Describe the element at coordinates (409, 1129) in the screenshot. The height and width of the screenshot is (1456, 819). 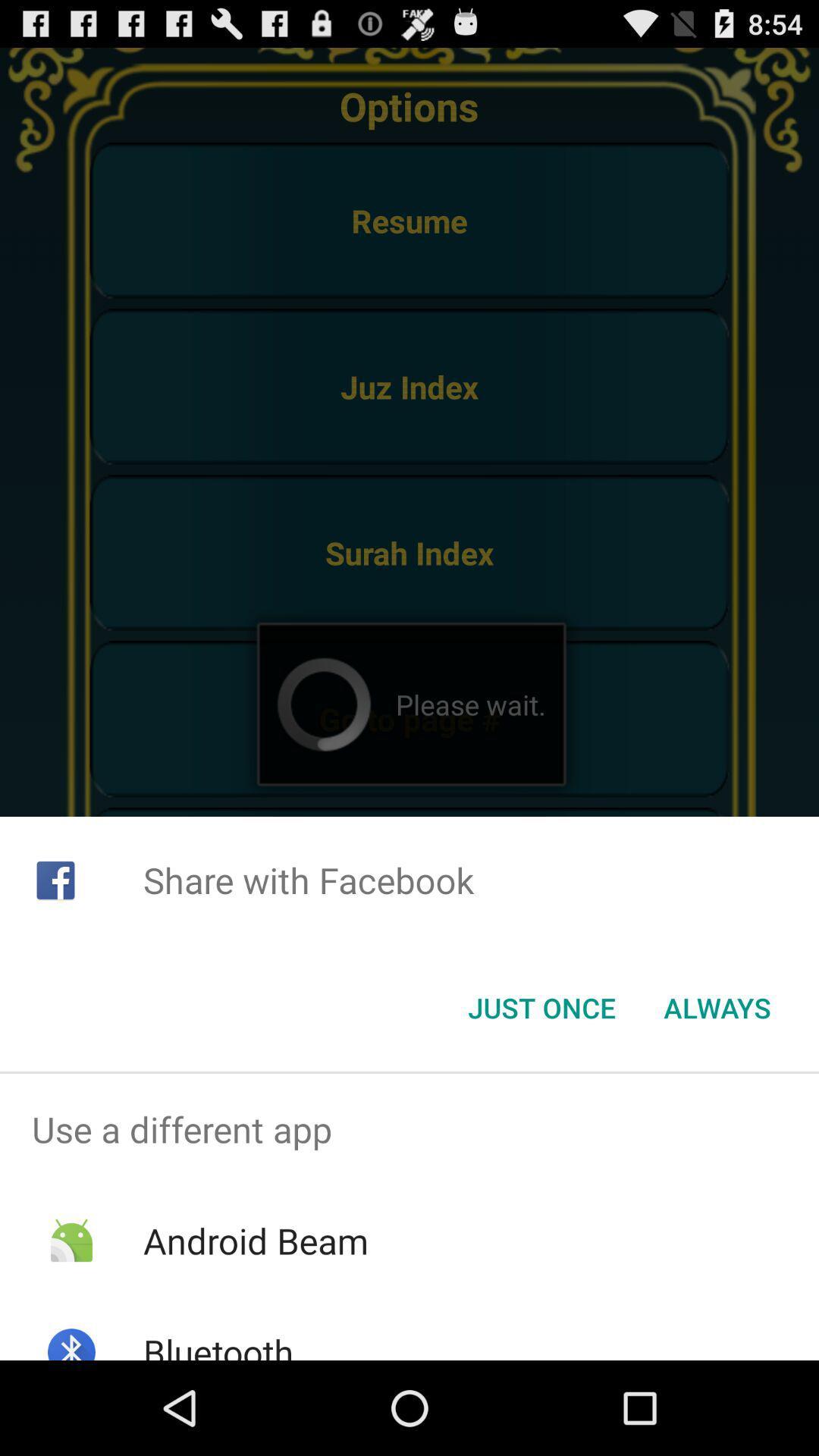
I see `the item above android beam item` at that location.